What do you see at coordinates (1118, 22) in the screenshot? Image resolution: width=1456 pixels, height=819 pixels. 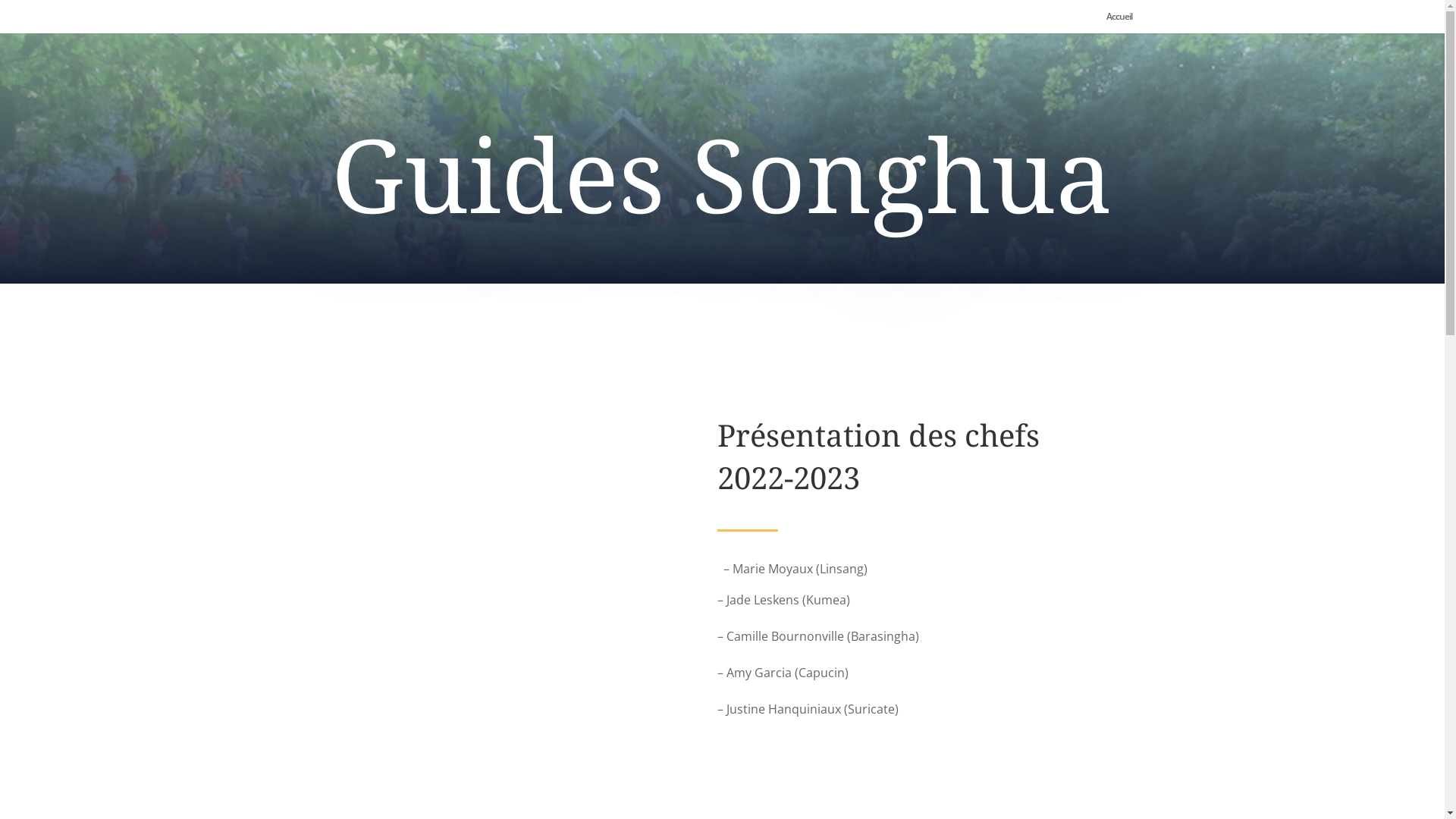 I see `'Accueil'` at bounding box center [1118, 22].